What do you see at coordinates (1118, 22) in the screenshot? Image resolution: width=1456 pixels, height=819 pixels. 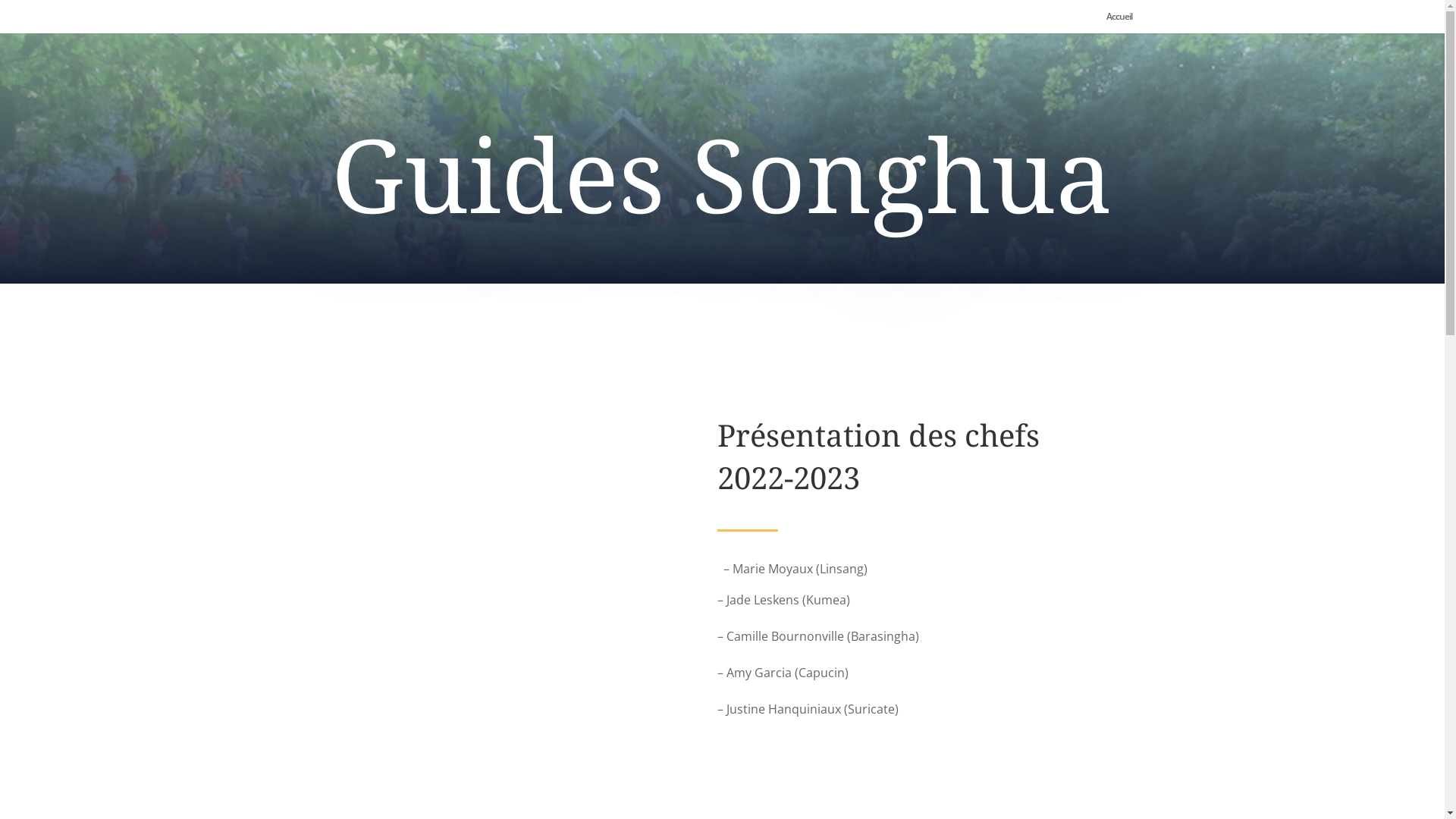 I see `'Accueil'` at bounding box center [1118, 22].